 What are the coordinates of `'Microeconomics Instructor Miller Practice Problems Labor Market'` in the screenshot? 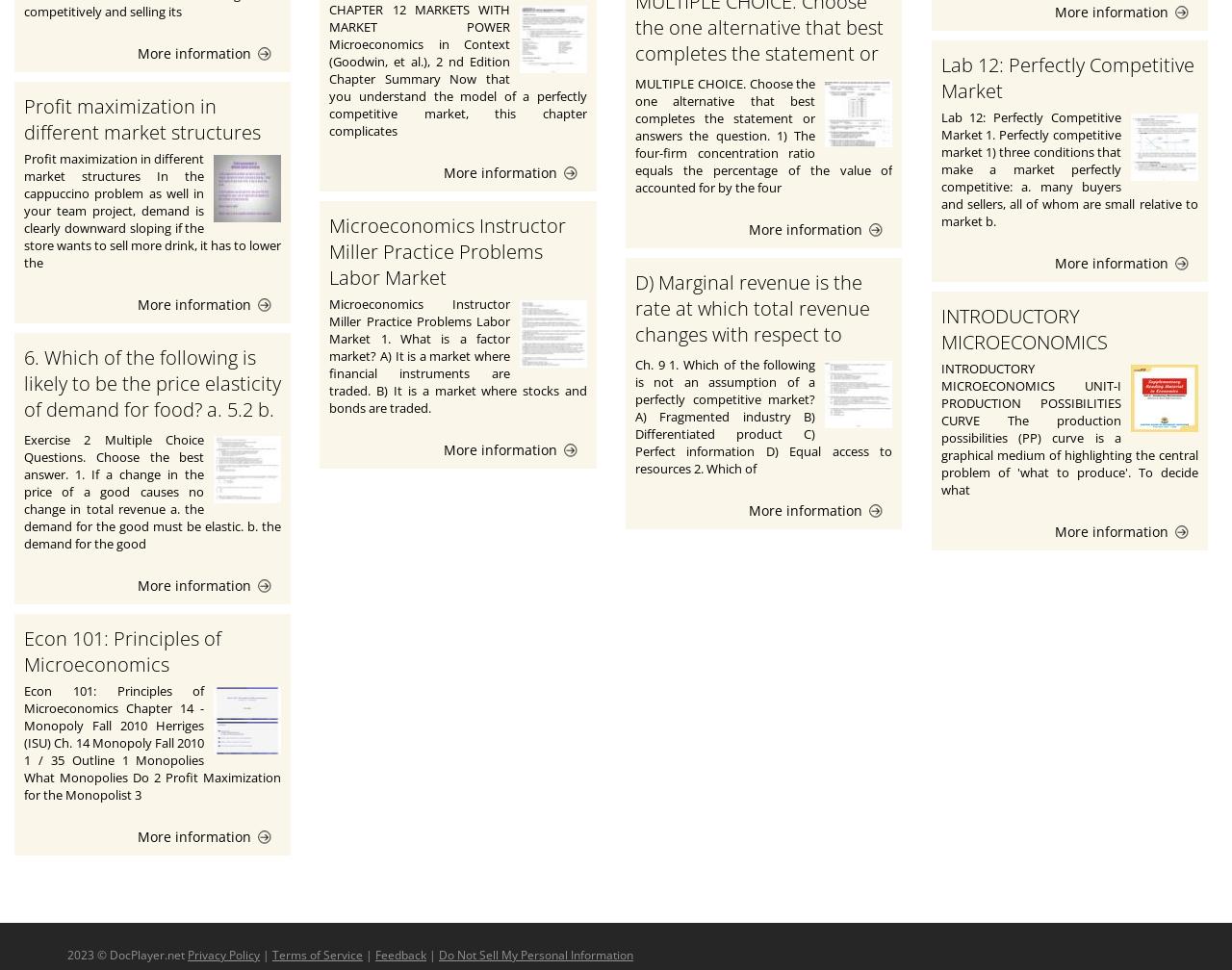 It's located at (447, 251).